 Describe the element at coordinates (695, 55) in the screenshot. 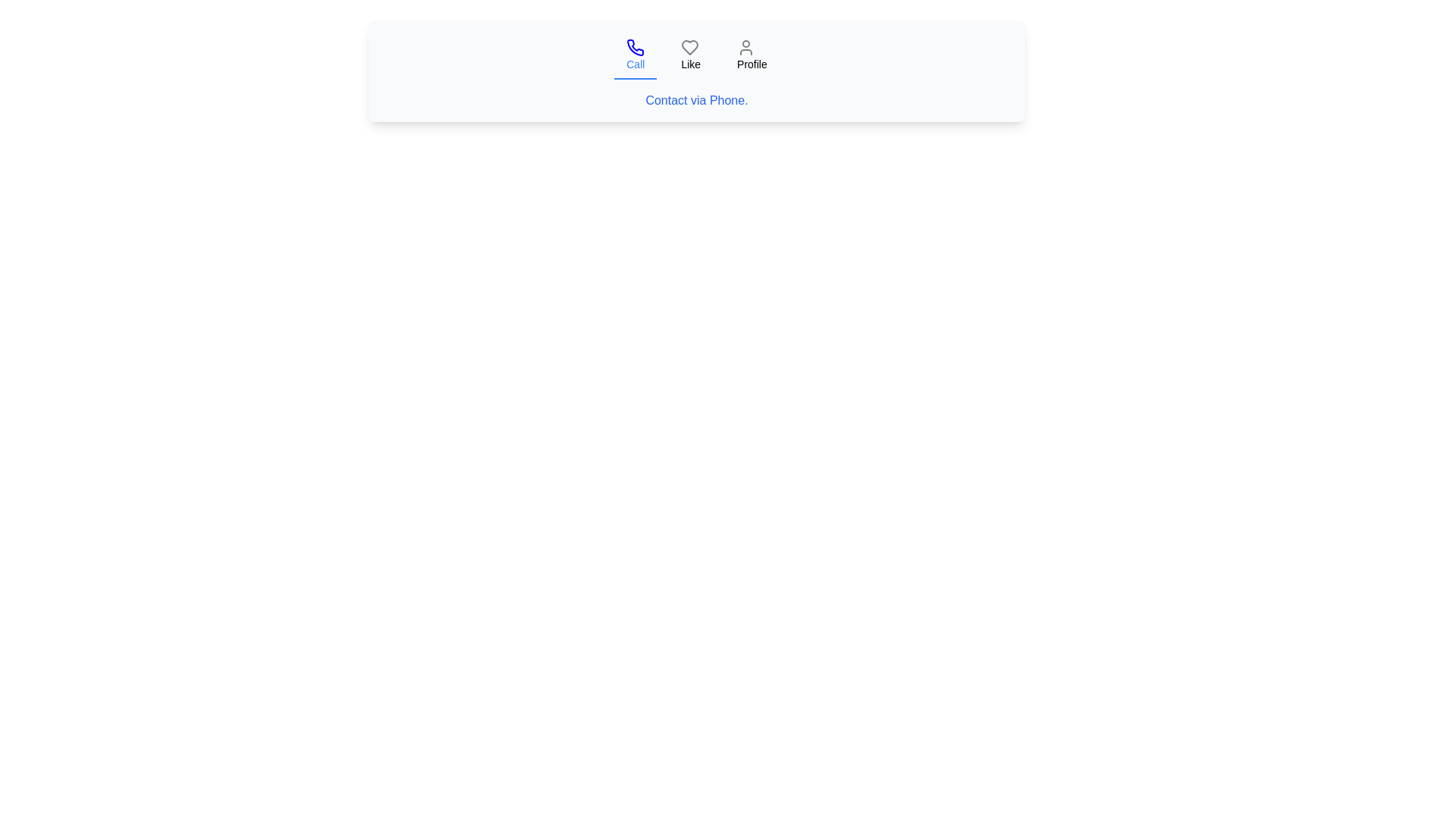

I see `the second button in a horizontal group of three options` at that location.